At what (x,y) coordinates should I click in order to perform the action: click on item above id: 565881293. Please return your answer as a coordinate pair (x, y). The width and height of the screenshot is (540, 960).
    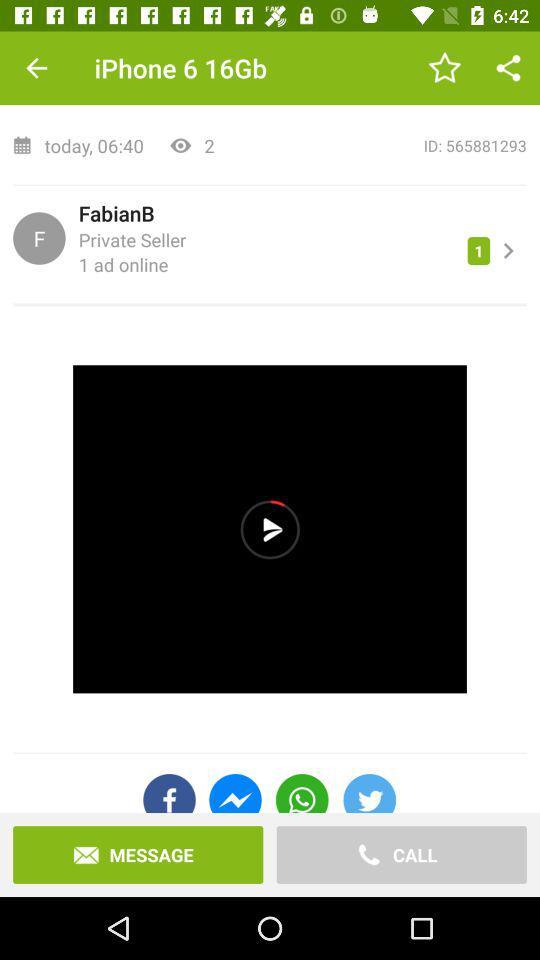
    Looking at the image, I should click on (445, 68).